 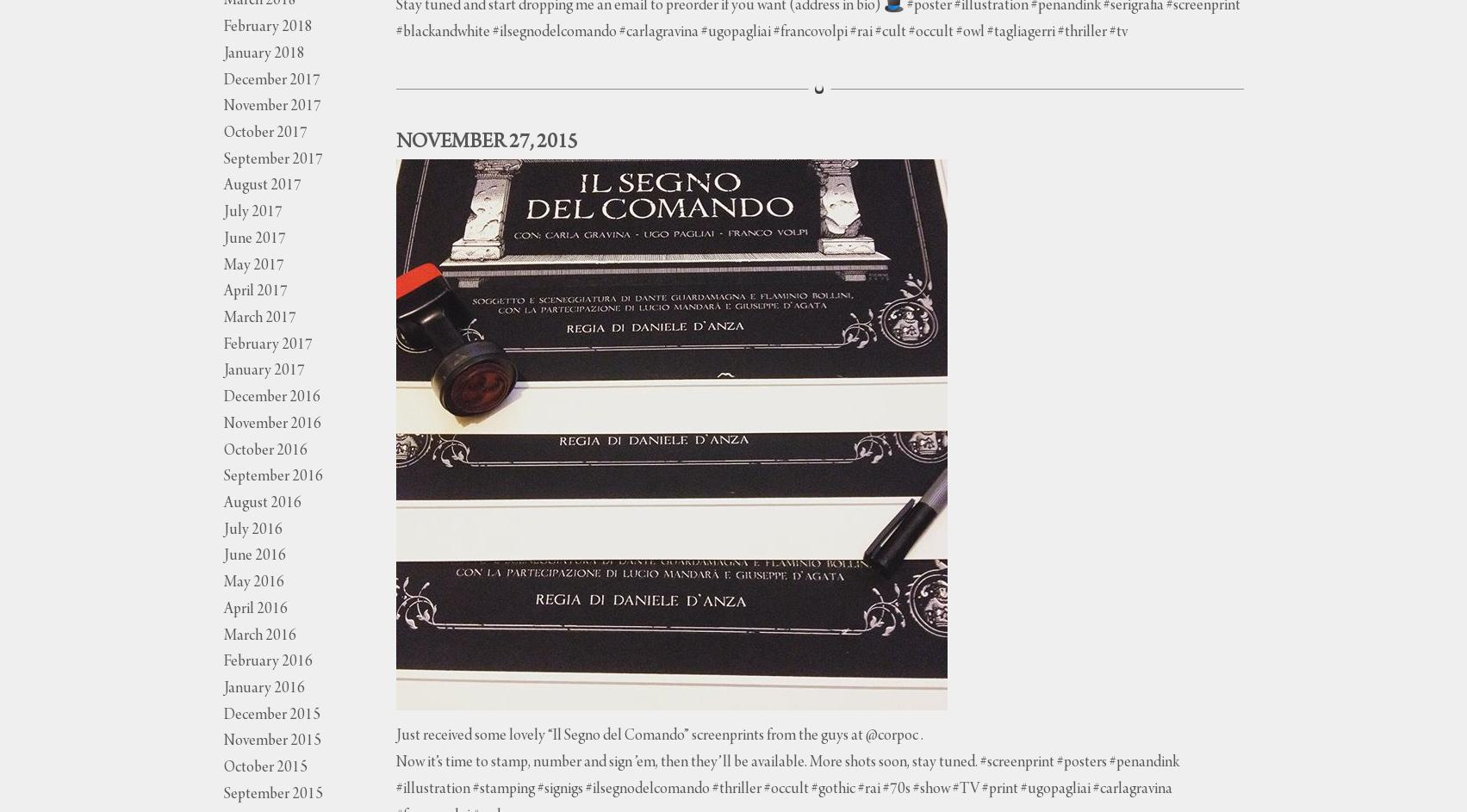 I want to click on 'June 2017', so click(x=252, y=238).